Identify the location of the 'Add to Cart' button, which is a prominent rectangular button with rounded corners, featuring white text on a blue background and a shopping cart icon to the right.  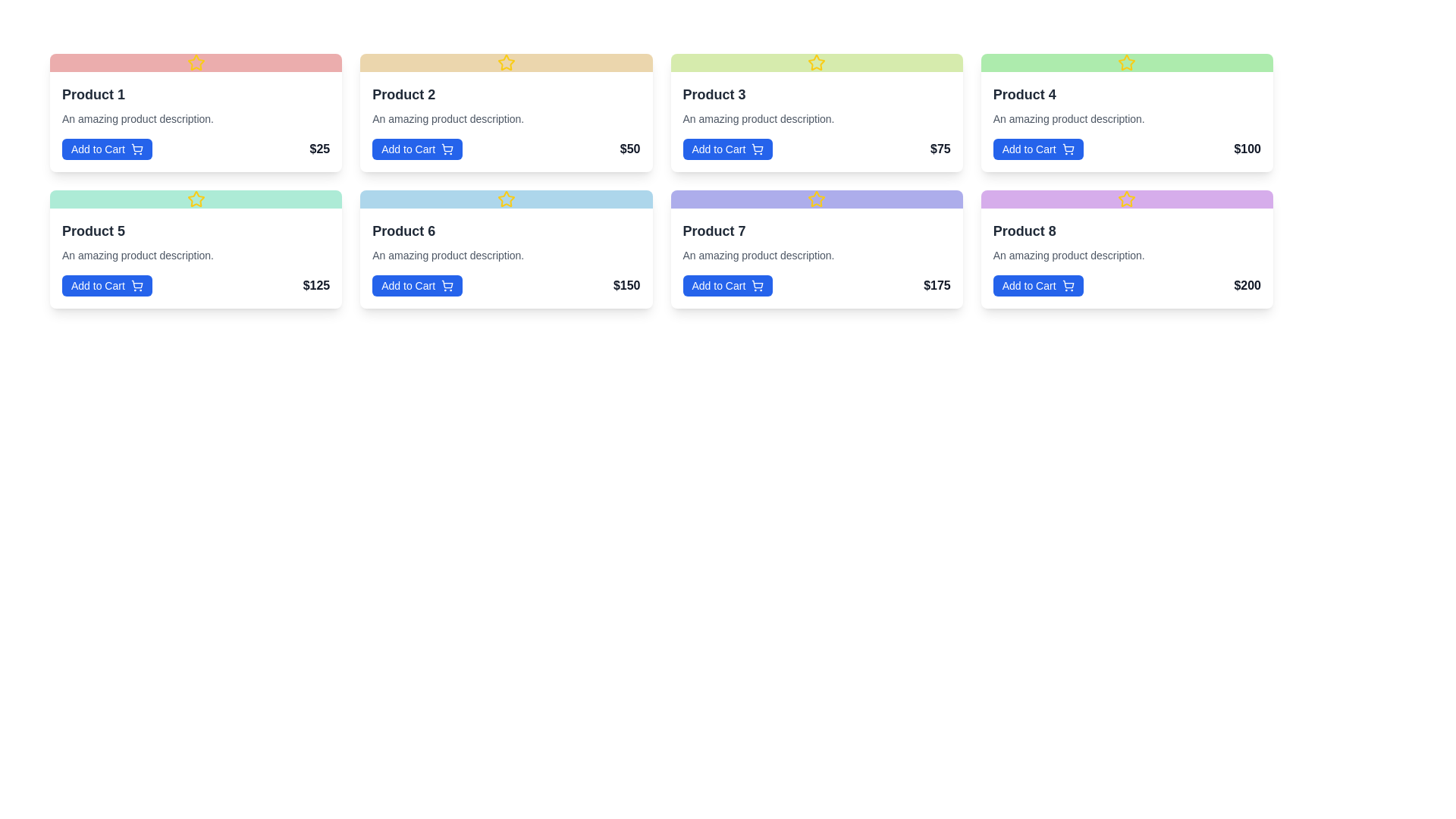
(1037, 149).